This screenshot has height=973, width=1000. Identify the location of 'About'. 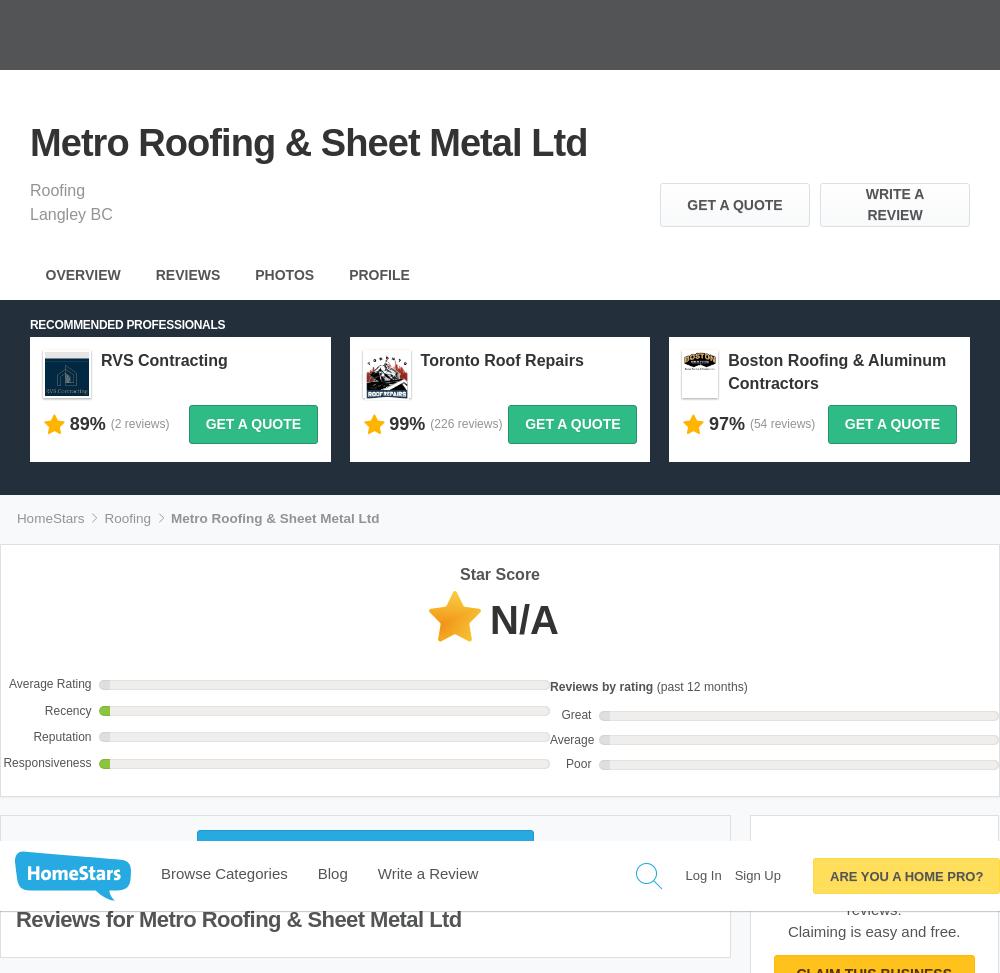
(521, 789).